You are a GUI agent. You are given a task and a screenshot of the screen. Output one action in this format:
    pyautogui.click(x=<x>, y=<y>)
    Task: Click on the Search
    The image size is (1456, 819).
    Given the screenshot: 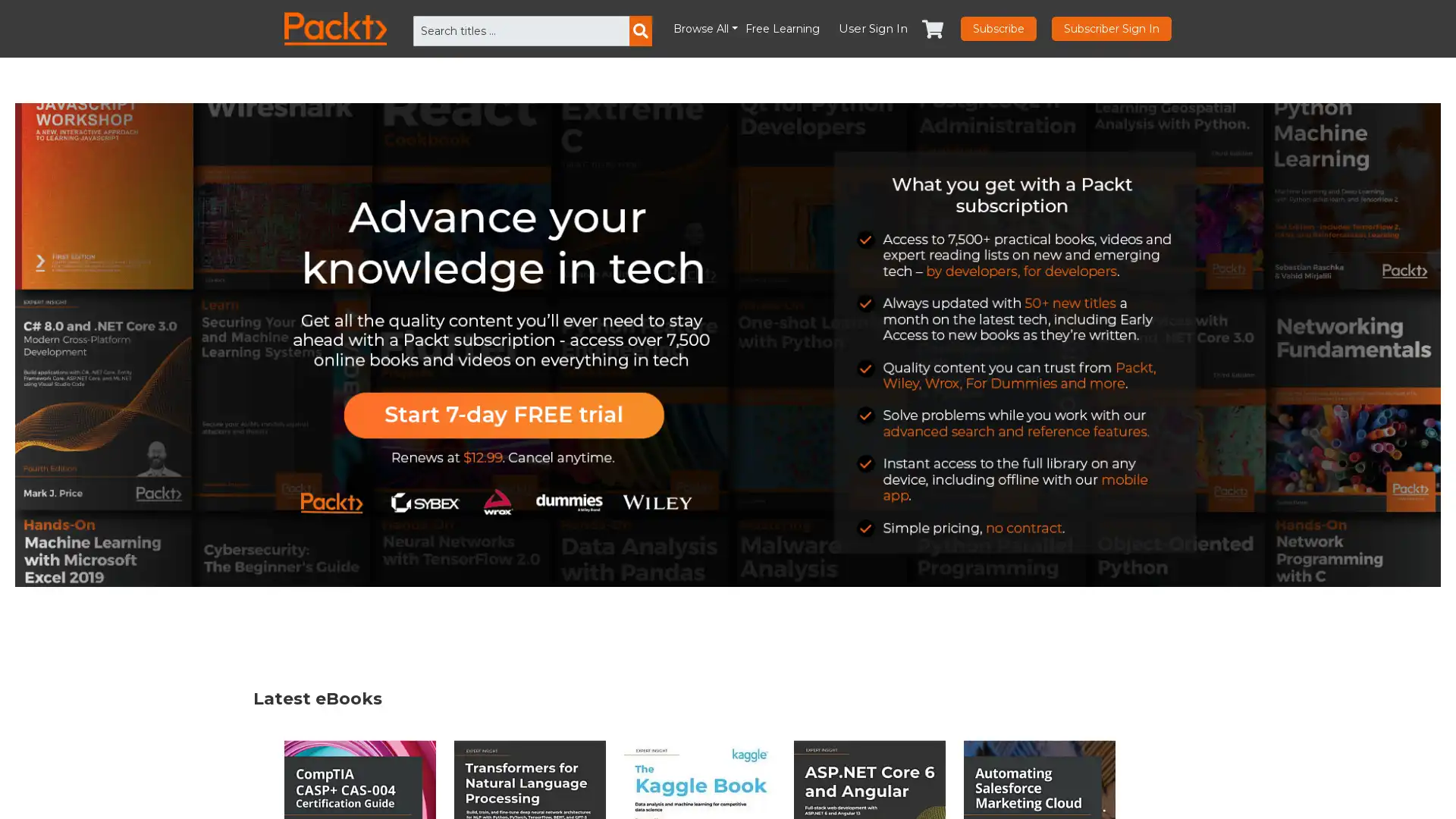 What is the action you would take?
    pyautogui.click(x=640, y=31)
    